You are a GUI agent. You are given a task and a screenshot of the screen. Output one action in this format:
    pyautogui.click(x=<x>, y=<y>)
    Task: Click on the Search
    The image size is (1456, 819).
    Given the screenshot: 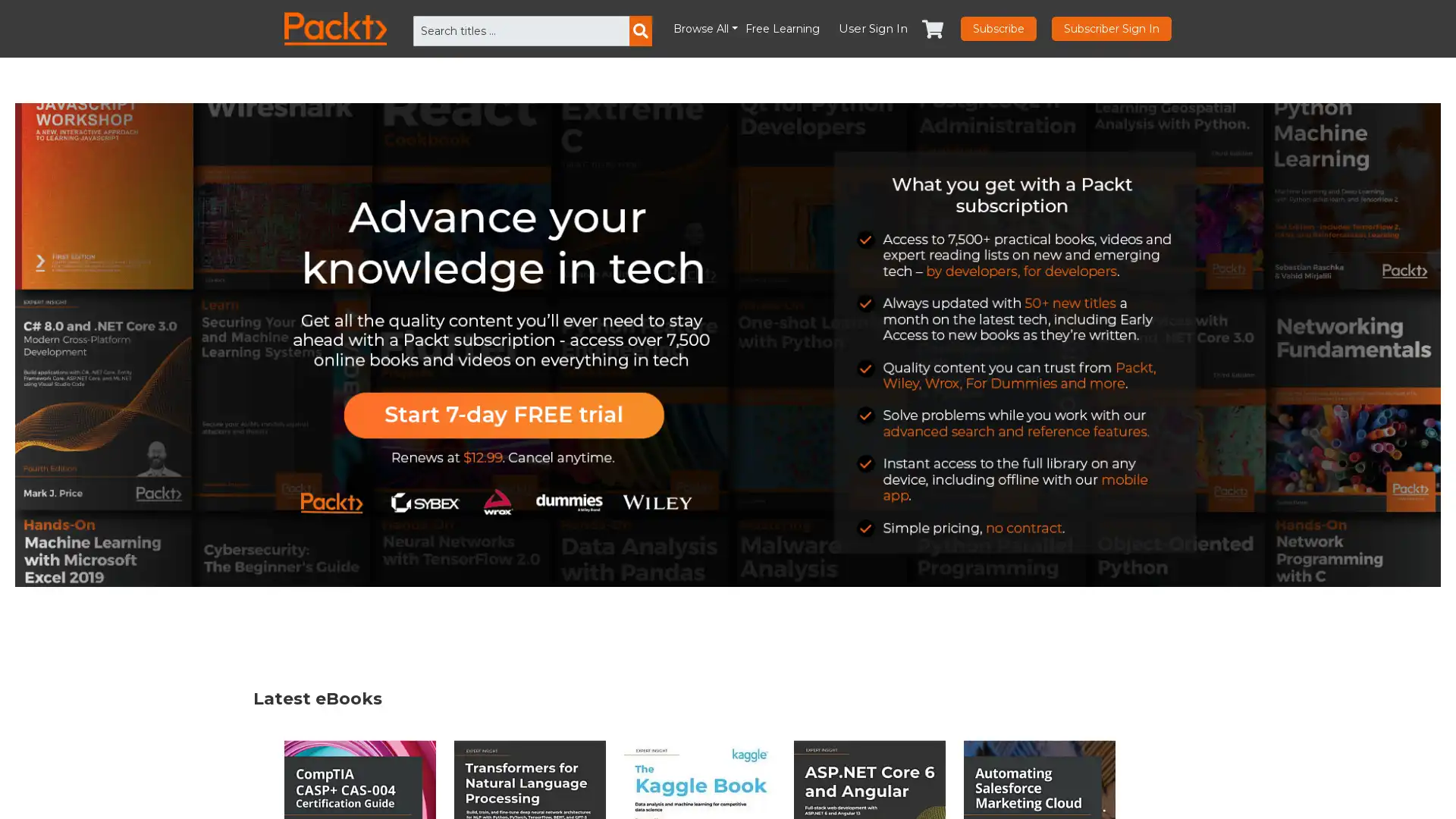 What is the action you would take?
    pyautogui.click(x=640, y=31)
    